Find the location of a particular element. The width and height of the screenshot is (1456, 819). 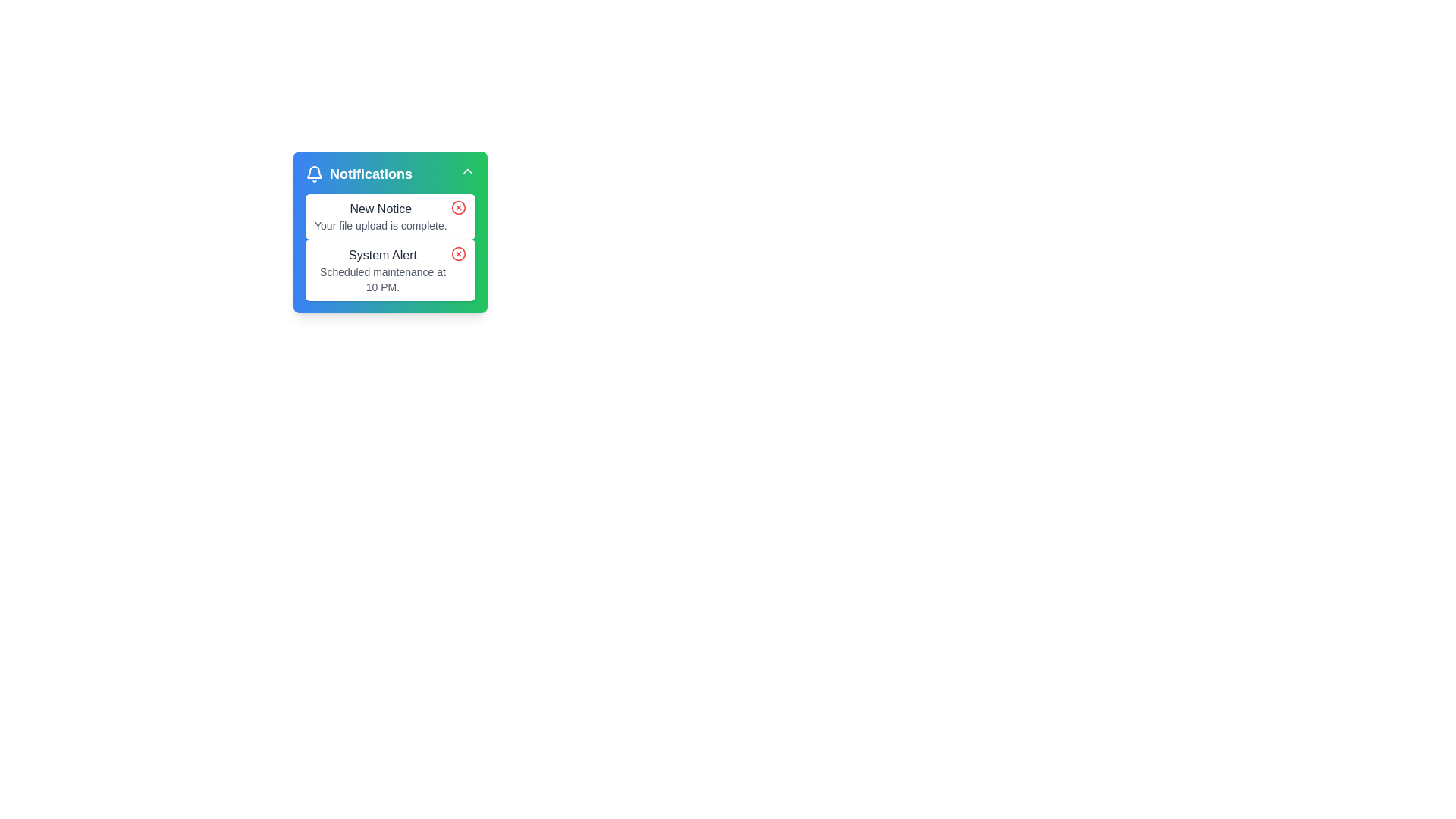

the title label of the notification card located in the top-left section, which serves as a heading for the notifications is located at coordinates (358, 174).